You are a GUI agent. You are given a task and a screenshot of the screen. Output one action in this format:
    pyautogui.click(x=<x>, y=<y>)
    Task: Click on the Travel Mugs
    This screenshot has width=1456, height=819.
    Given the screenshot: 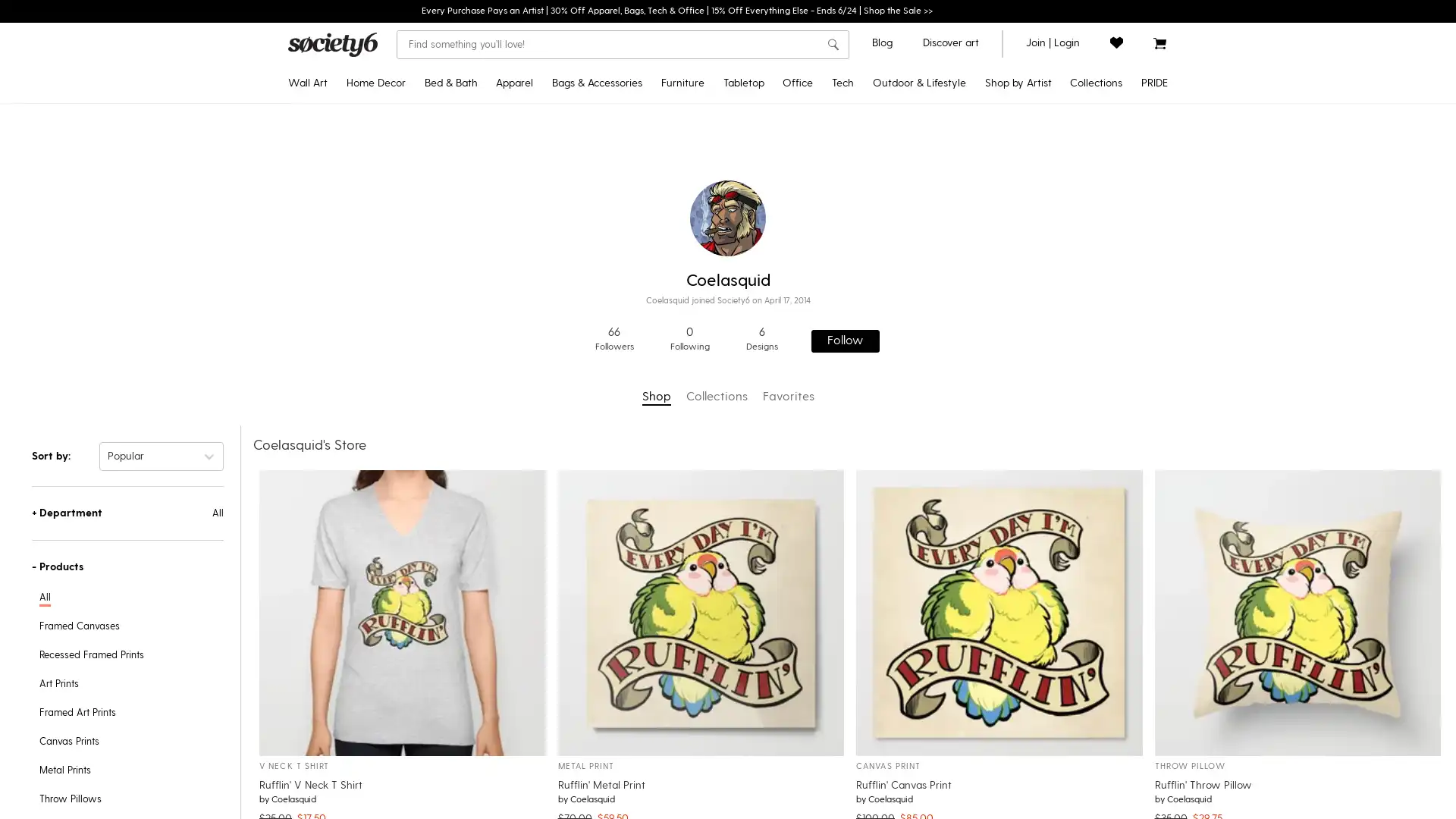 What is the action you would take?
    pyautogui.click(x=939, y=219)
    